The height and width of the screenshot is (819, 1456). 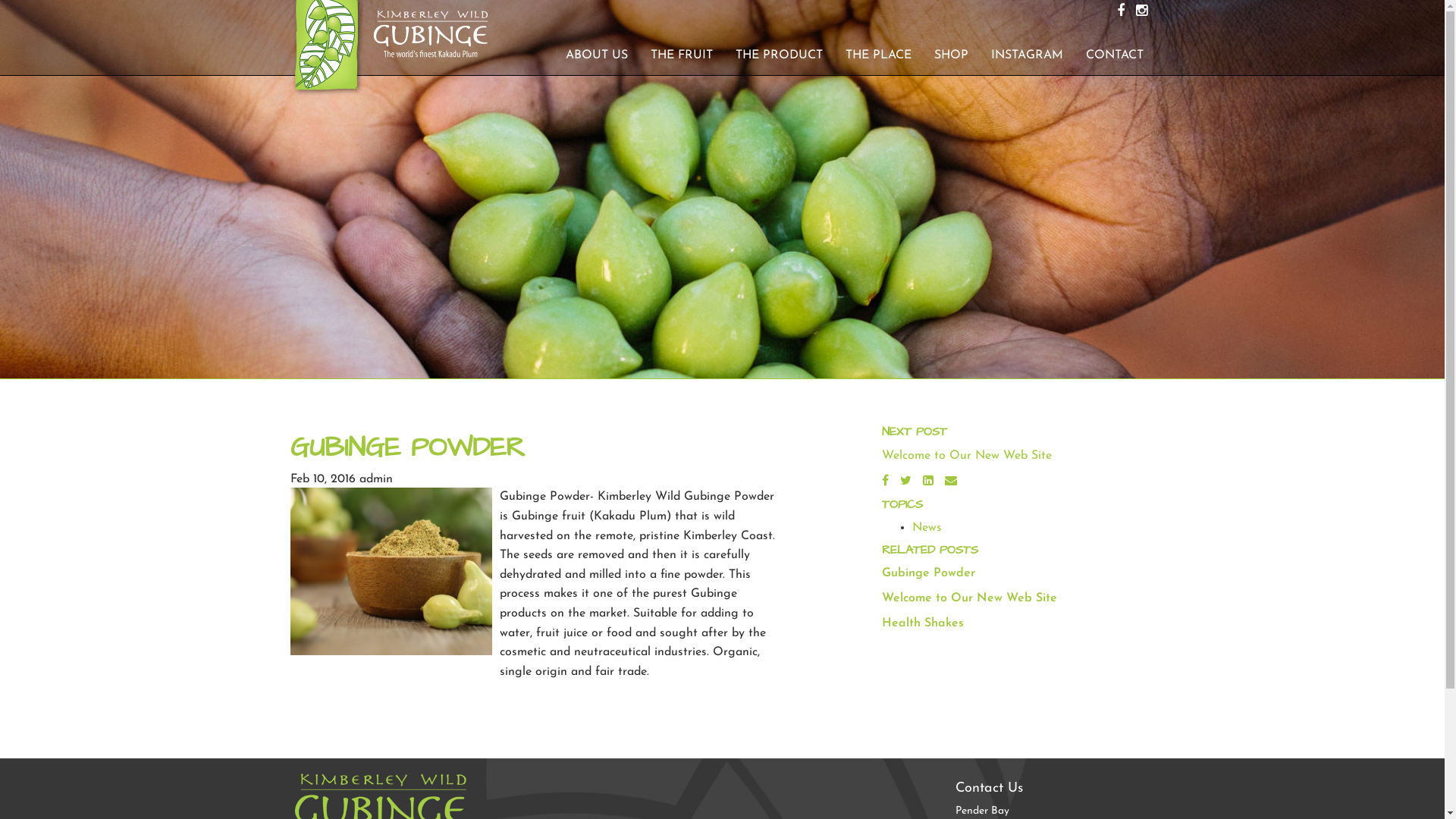 I want to click on 'CONTACT', so click(x=1113, y=55).